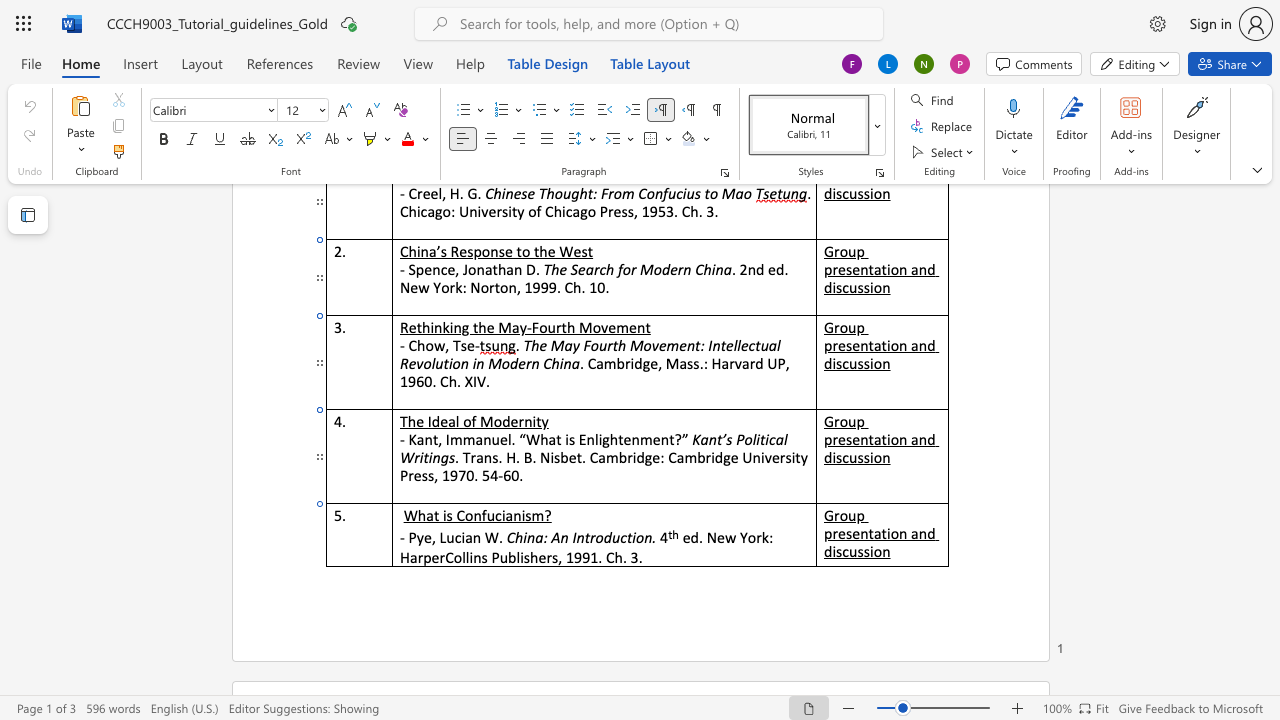 The width and height of the screenshot is (1280, 720). I want to click on the space between the continuous character "I" and "n" in the text, so click(576, 537).